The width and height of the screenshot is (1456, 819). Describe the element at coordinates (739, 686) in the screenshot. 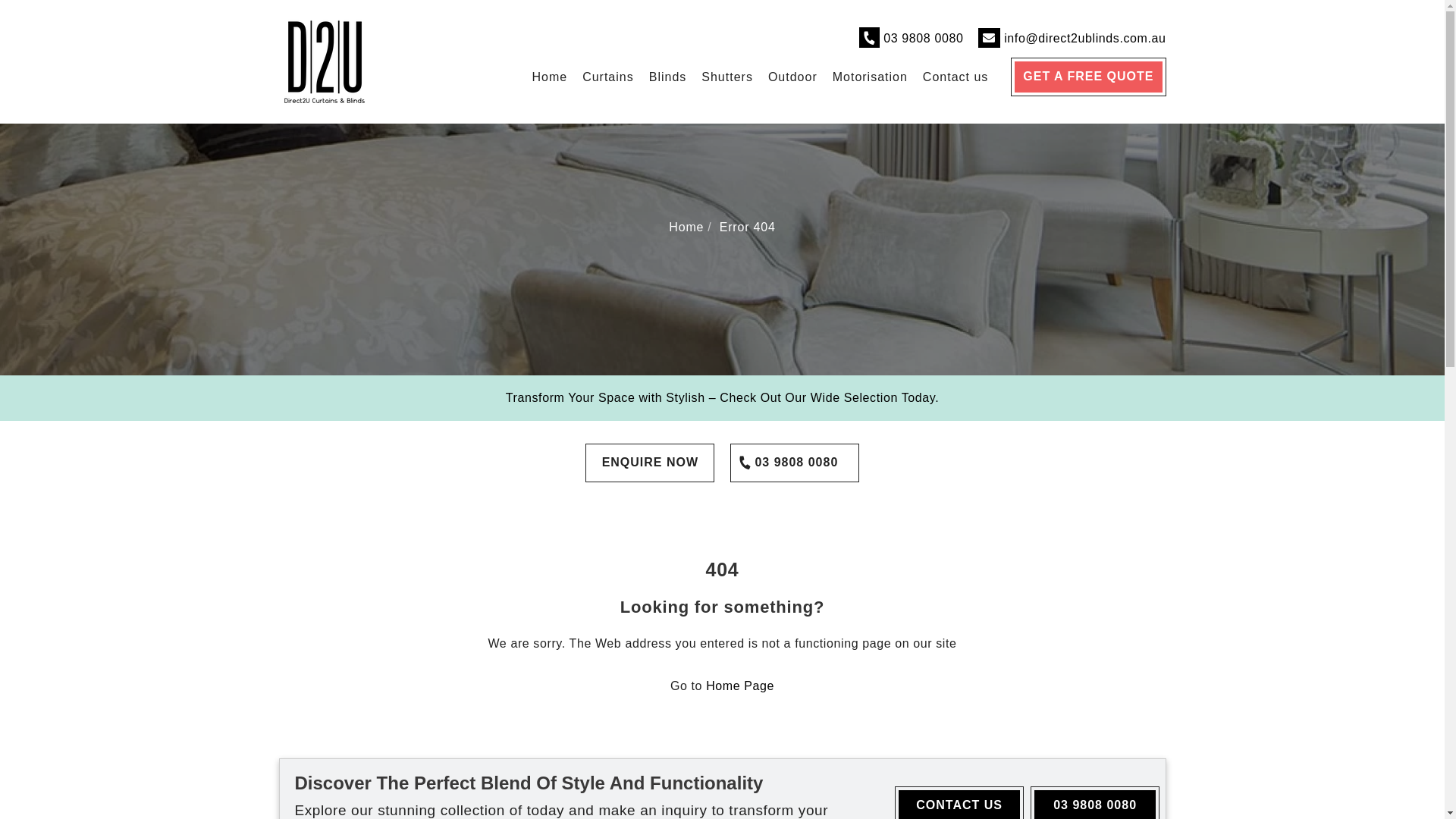

I see `'Home Page'` at that location.